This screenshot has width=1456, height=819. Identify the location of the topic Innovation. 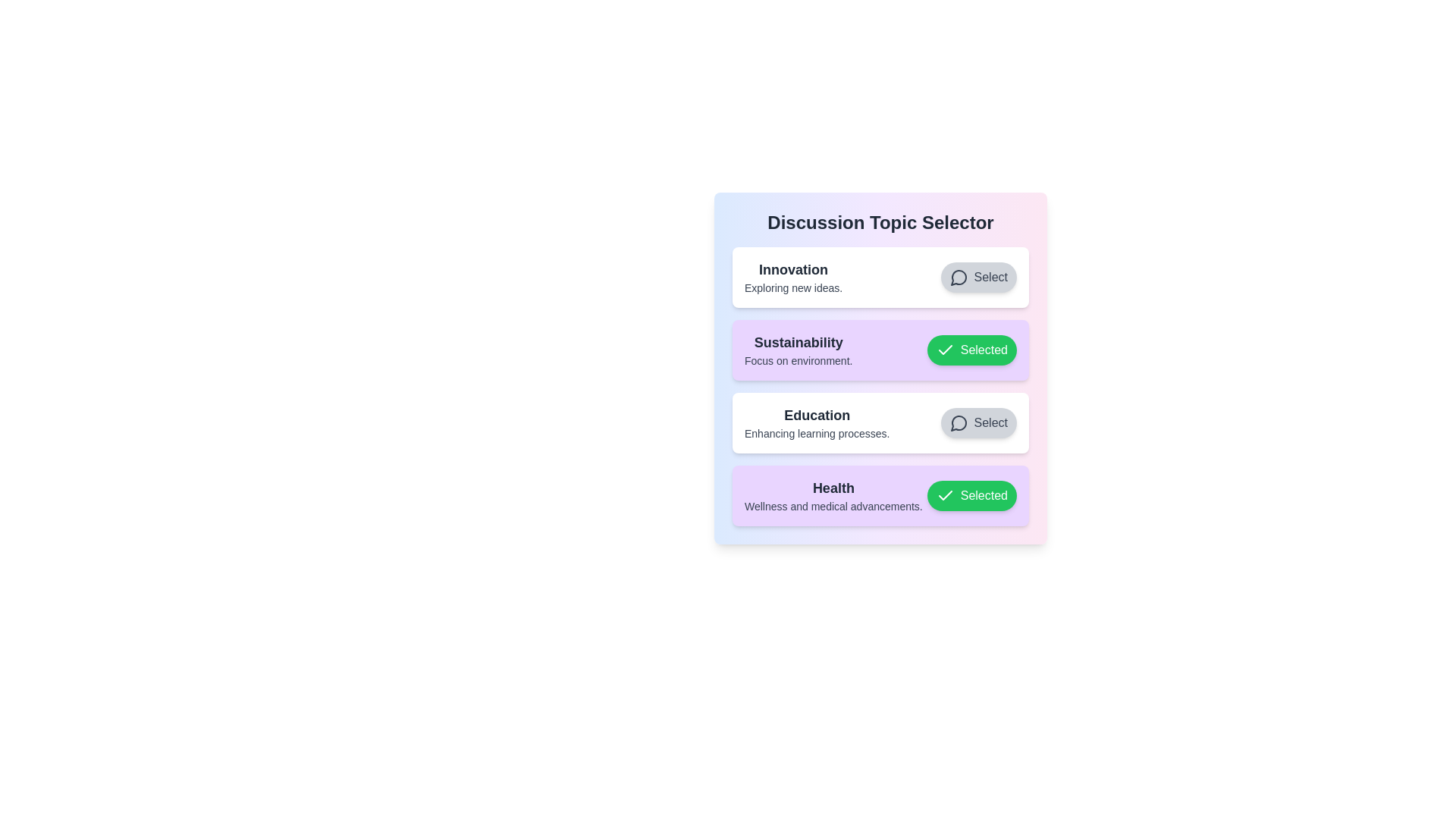
(978, 278).